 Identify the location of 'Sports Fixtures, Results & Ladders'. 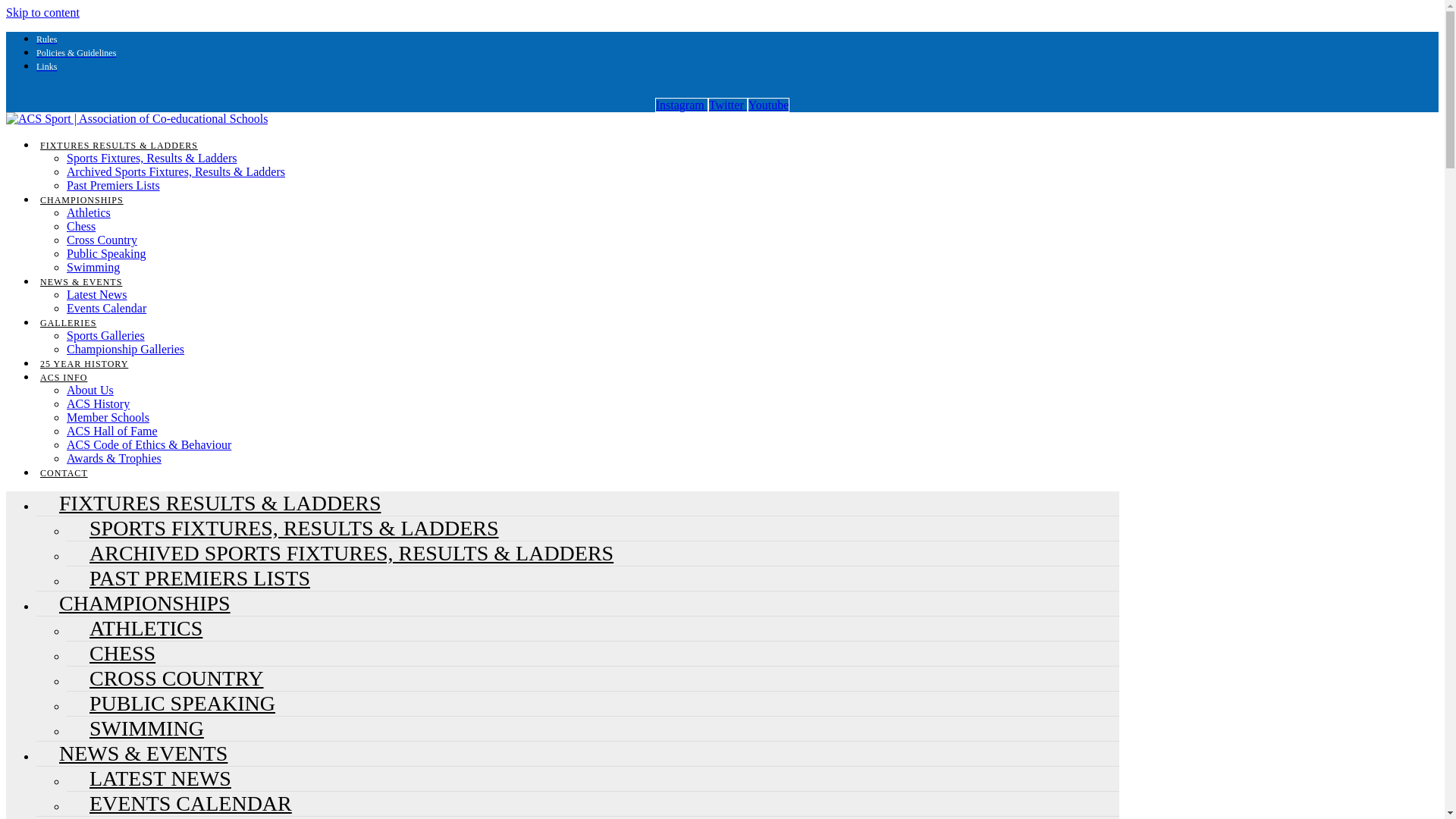
(152, 158).